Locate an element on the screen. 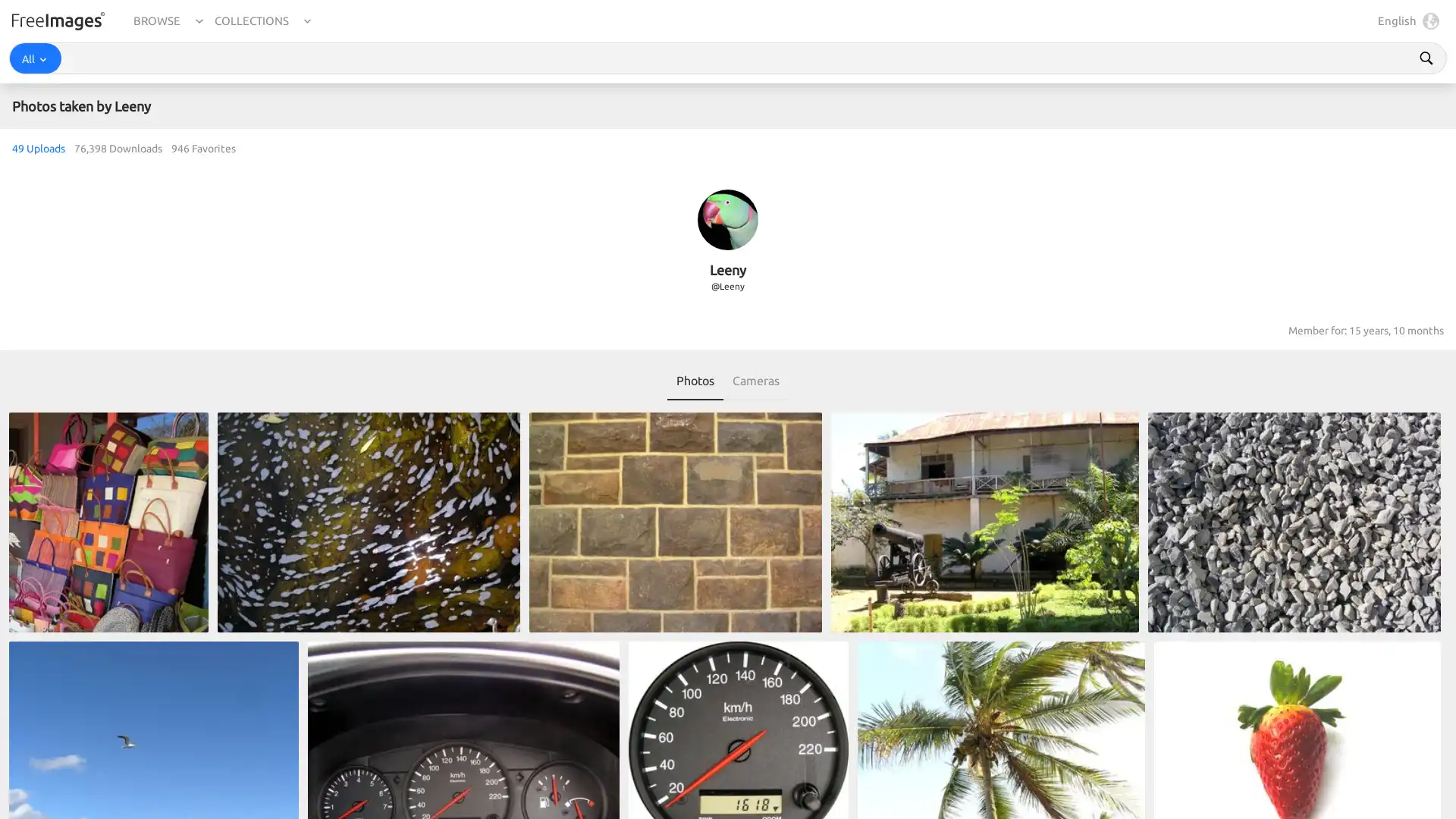  Close is located at coordinates (1430, 786).